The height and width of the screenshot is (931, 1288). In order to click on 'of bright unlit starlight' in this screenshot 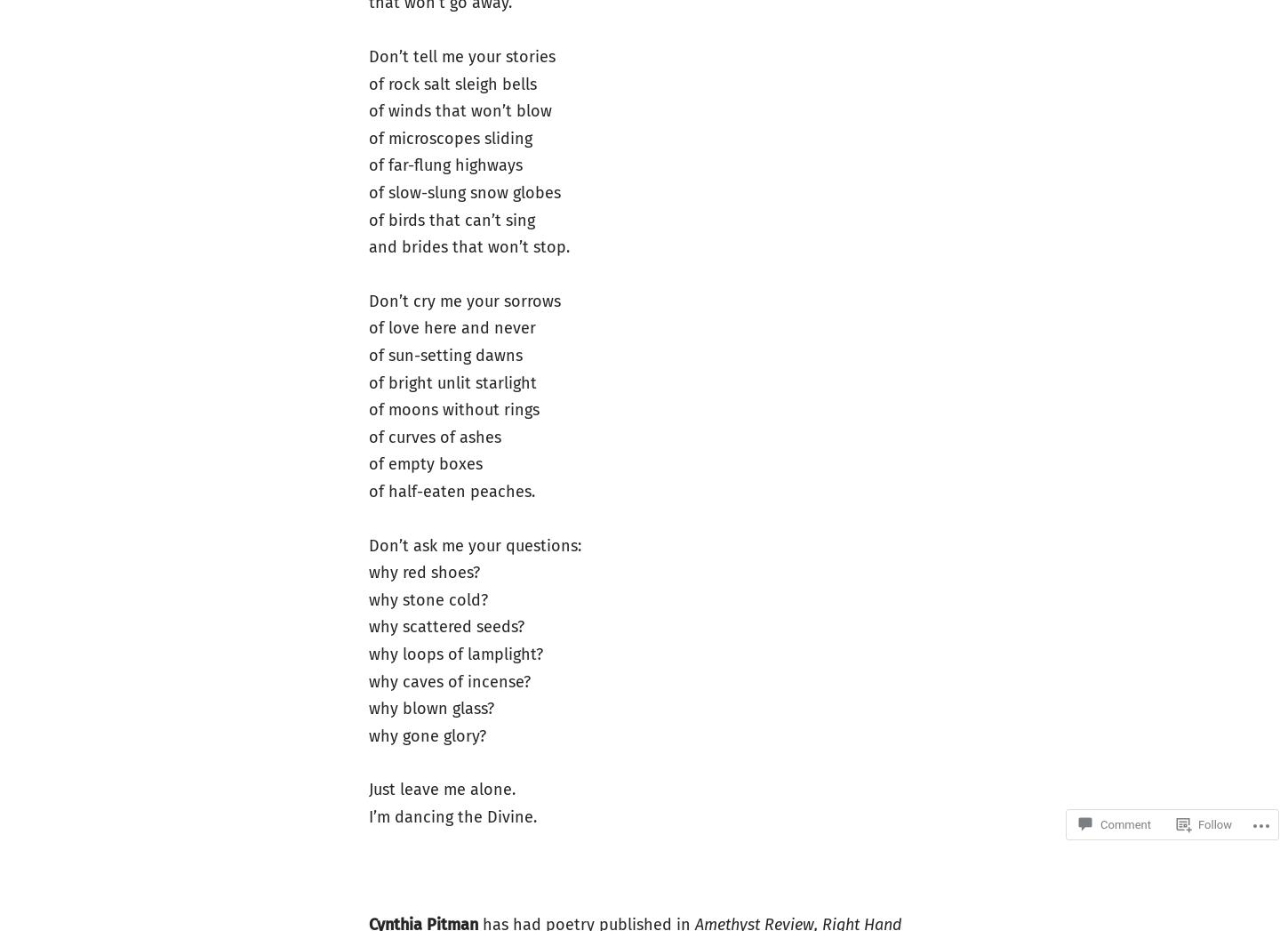, I will do `click(366, 382)`.